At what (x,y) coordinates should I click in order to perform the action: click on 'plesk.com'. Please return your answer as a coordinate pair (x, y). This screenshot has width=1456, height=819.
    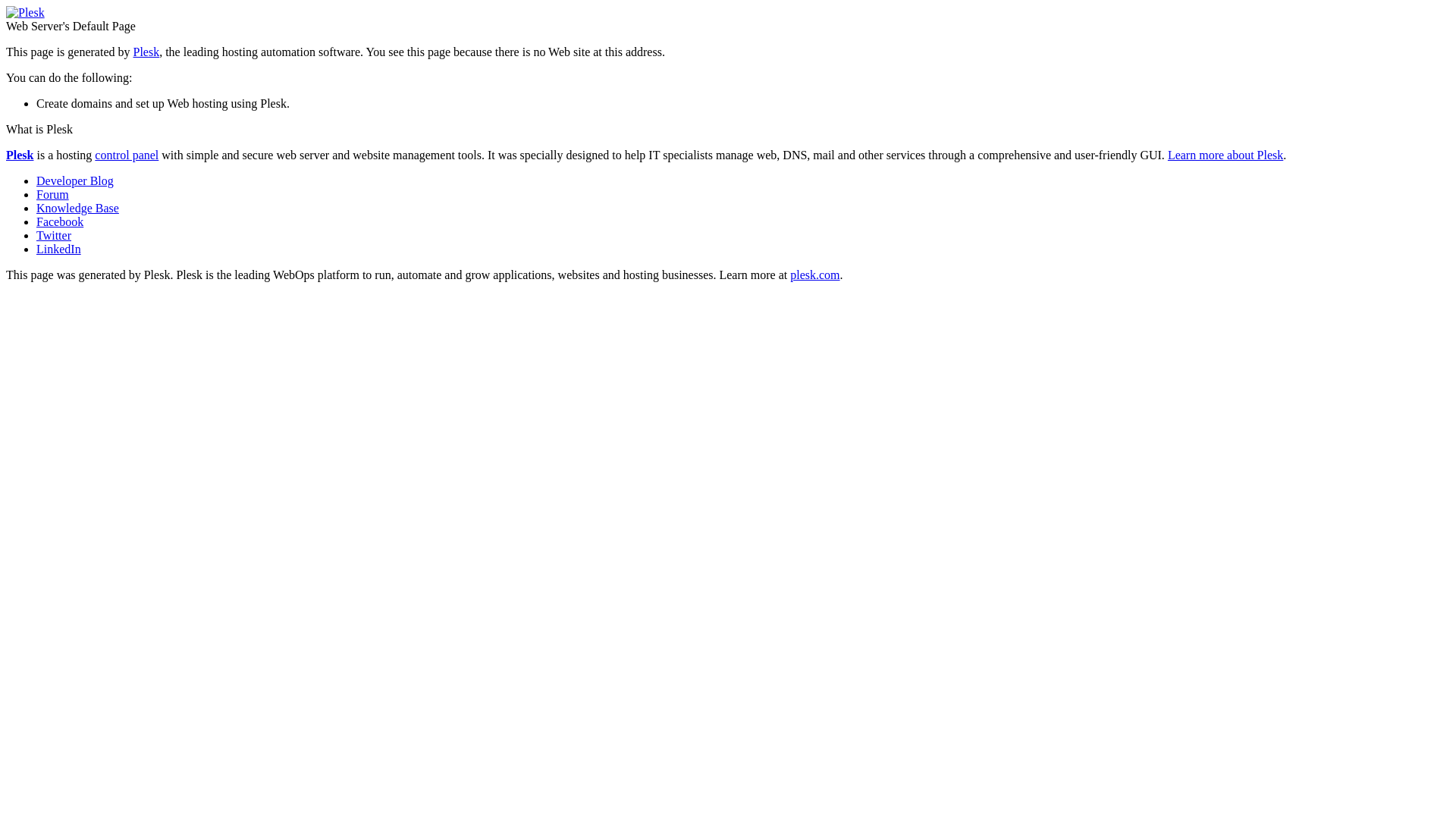
    Looking at the image, I should click on (814, 275).